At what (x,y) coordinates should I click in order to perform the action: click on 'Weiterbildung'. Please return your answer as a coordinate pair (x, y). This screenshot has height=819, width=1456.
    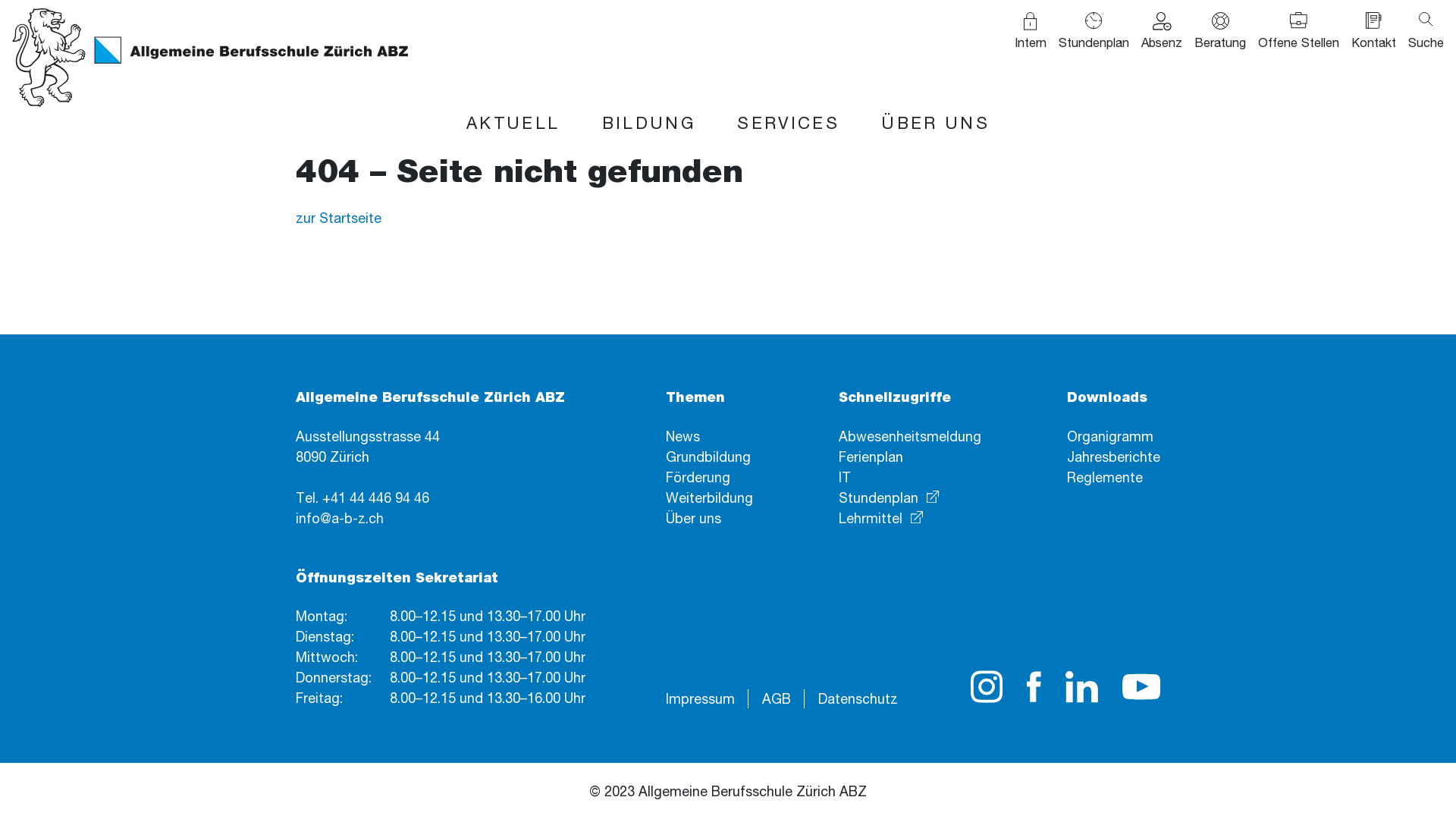
    Looking at the image, I should click on (708, 497).